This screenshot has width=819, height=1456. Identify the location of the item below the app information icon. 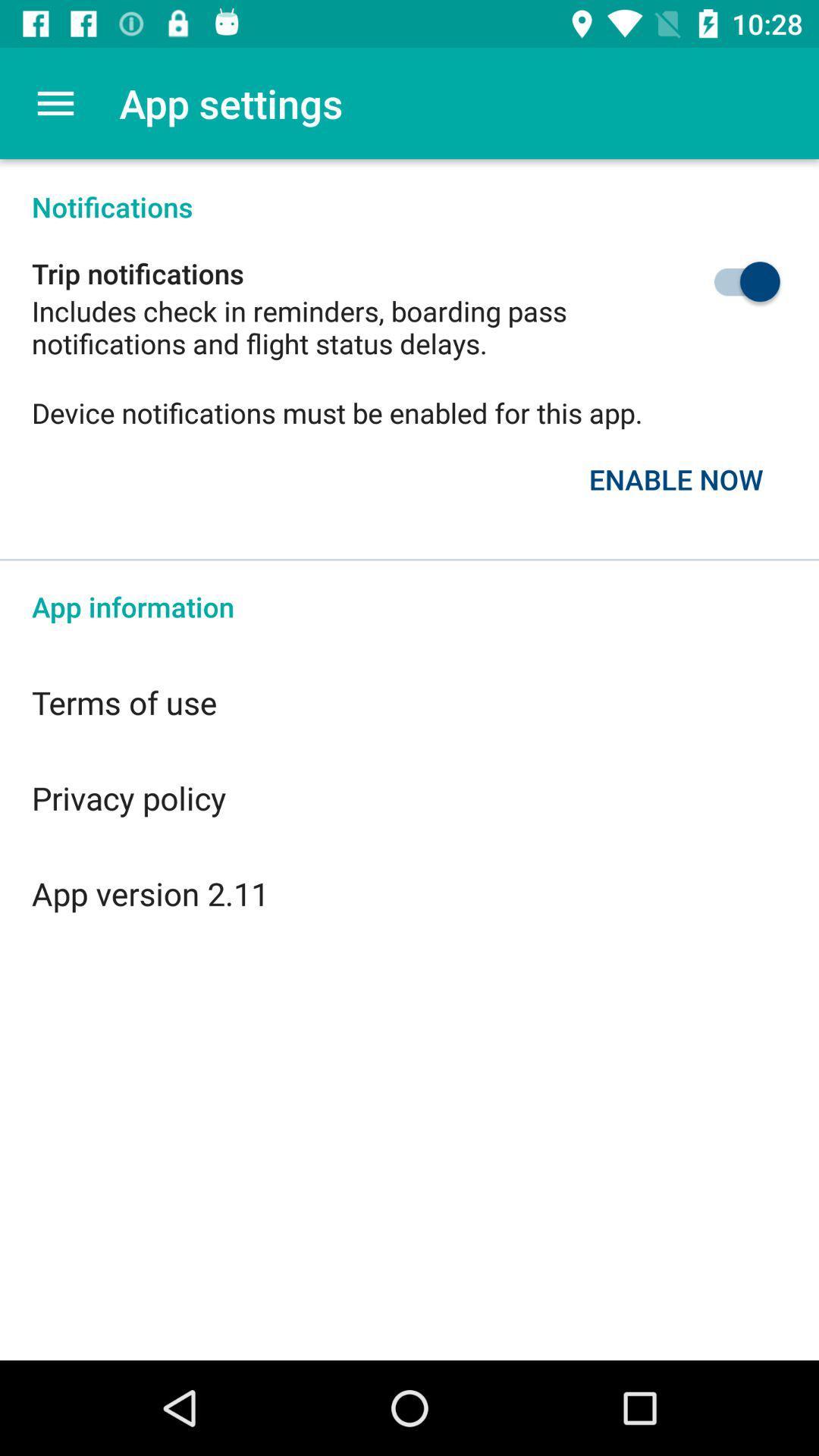
(409, 701).